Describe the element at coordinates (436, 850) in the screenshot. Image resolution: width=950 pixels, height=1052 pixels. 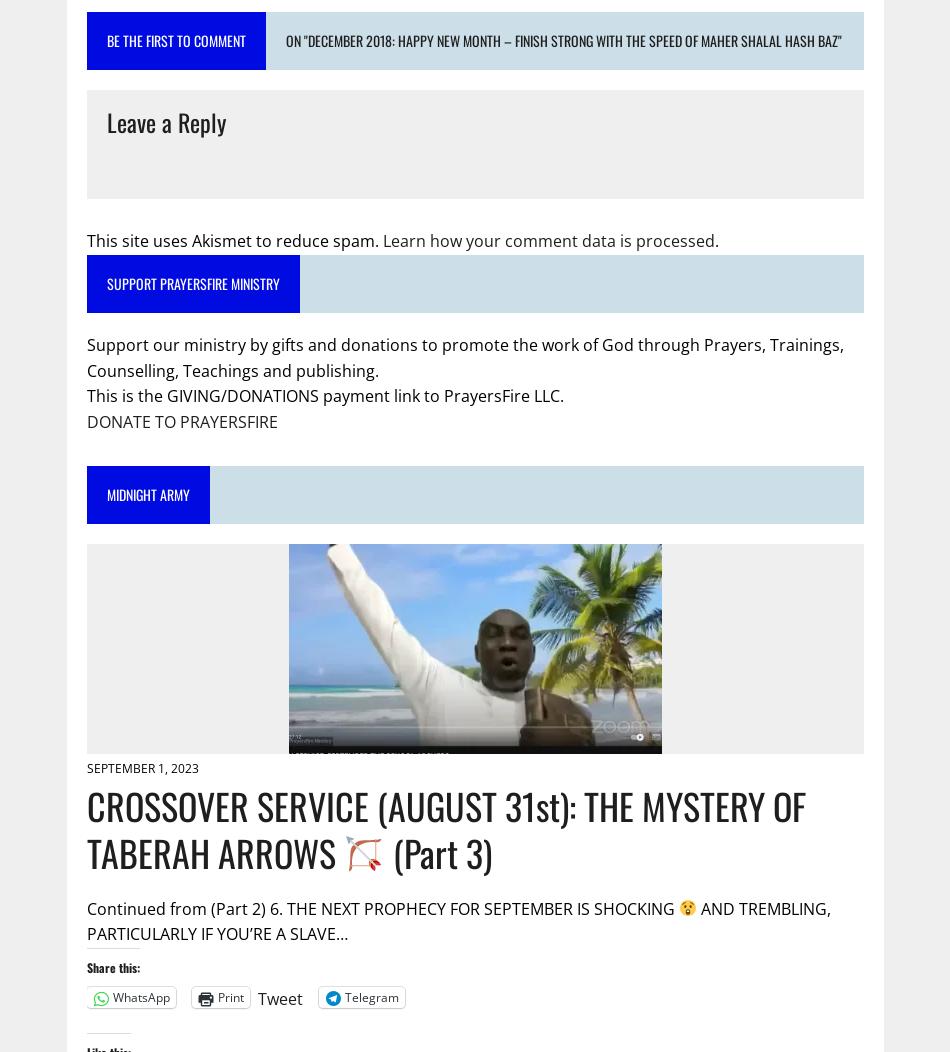
I see `'(Part 3)'` at that location.